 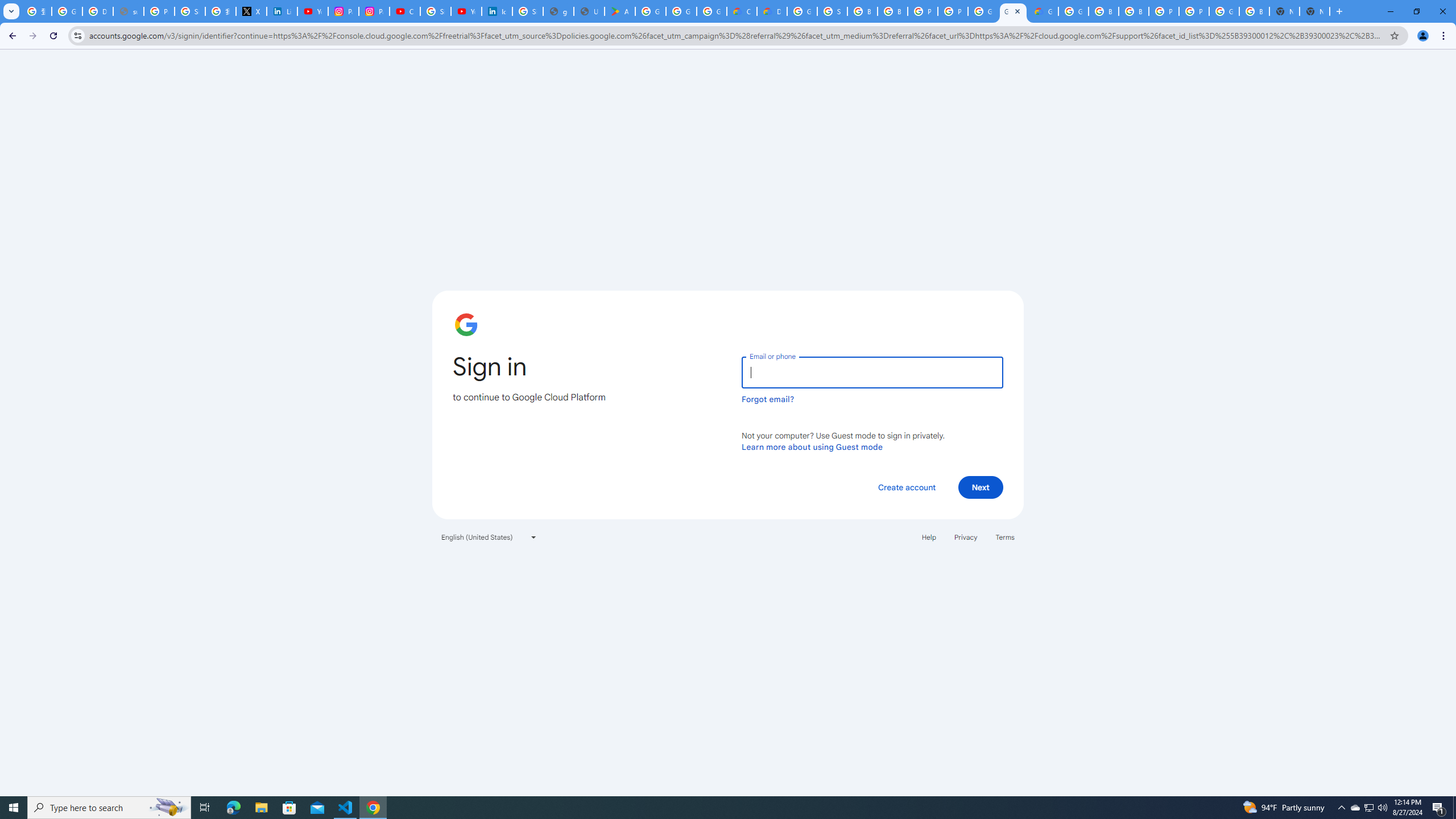 What do you see at coordinates (1043, 11) in the screenshot?
I see `'Google Cloud Estimate Summary'` at bounding box center [1043, 11].